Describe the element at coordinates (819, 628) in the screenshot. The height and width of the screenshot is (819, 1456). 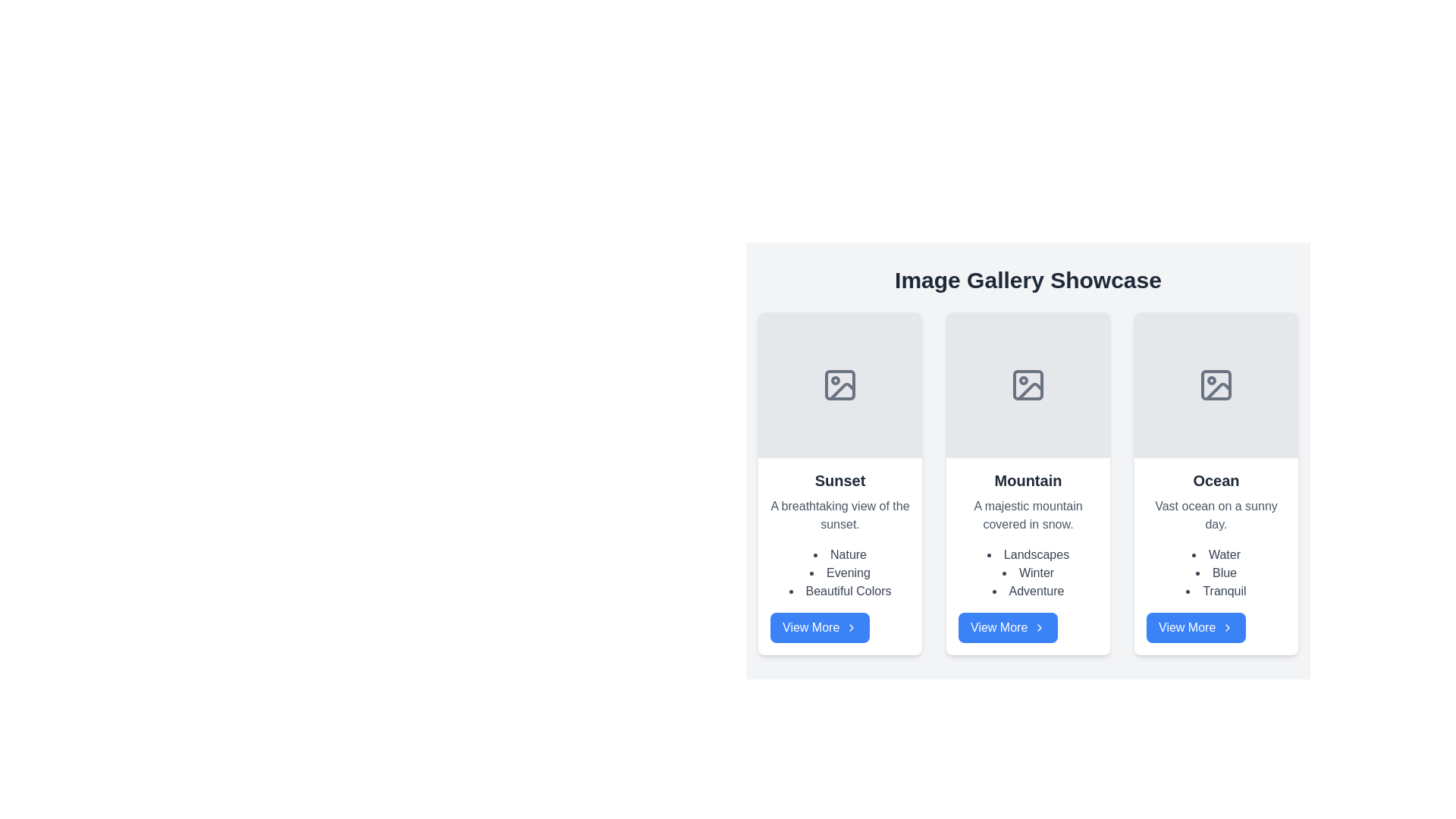
I see `the button located at the bottom of the 'Sunset' card` at that location.